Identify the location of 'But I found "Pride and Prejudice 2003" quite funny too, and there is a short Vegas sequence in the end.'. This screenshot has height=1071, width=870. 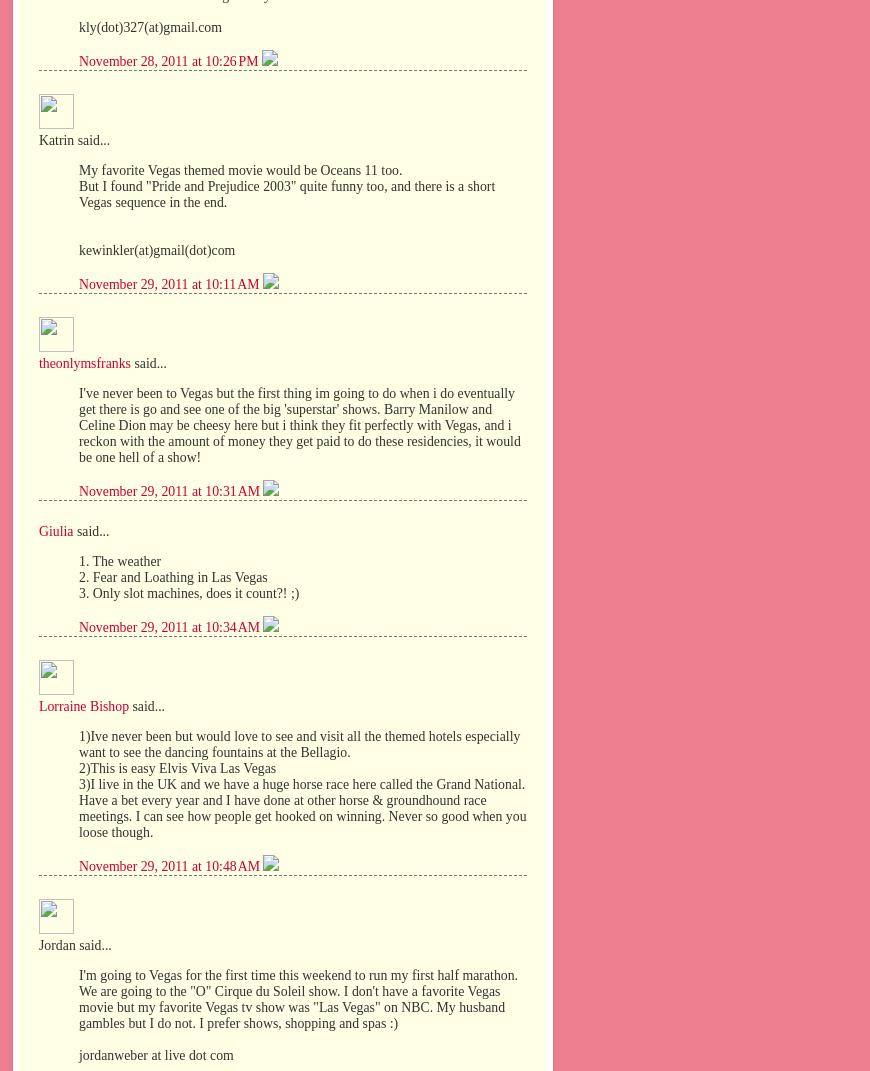
(287, 192).